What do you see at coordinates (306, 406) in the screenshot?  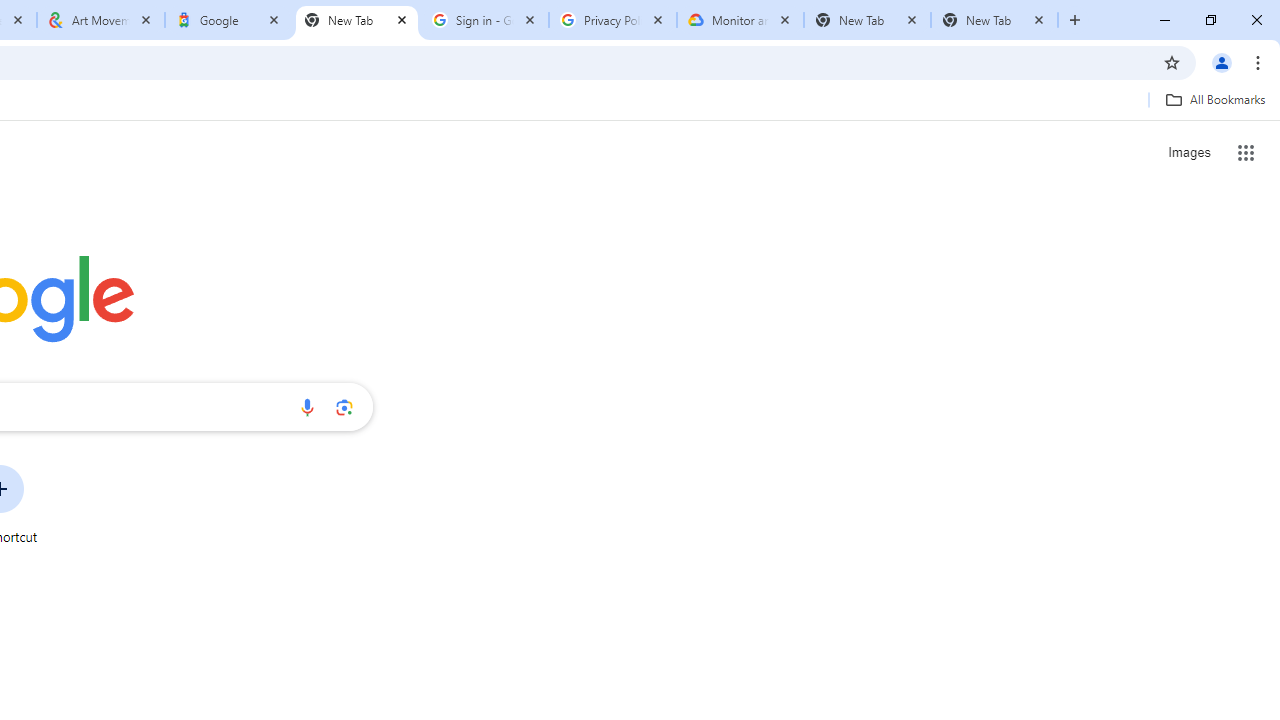 I see `'Search by voice'` at bounding box center [306, 406].